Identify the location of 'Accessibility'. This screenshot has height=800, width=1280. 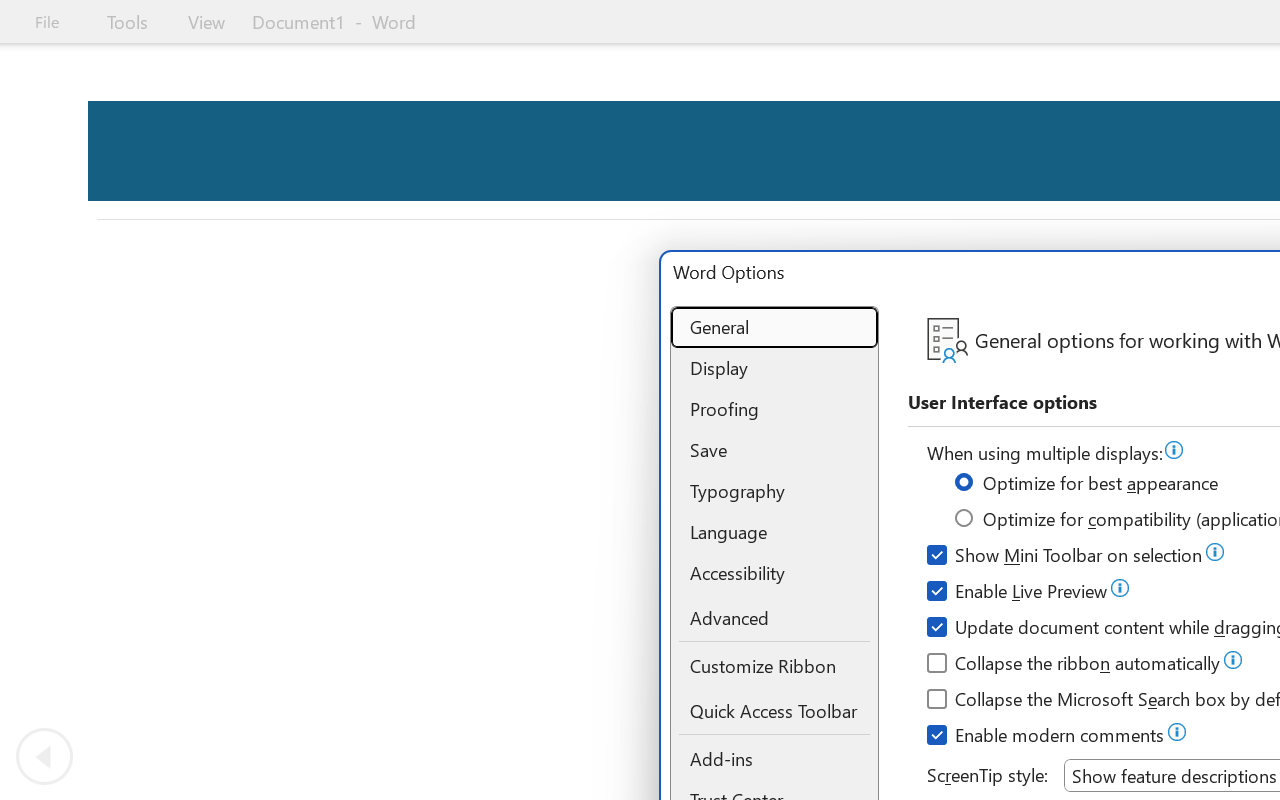
(773, 572).